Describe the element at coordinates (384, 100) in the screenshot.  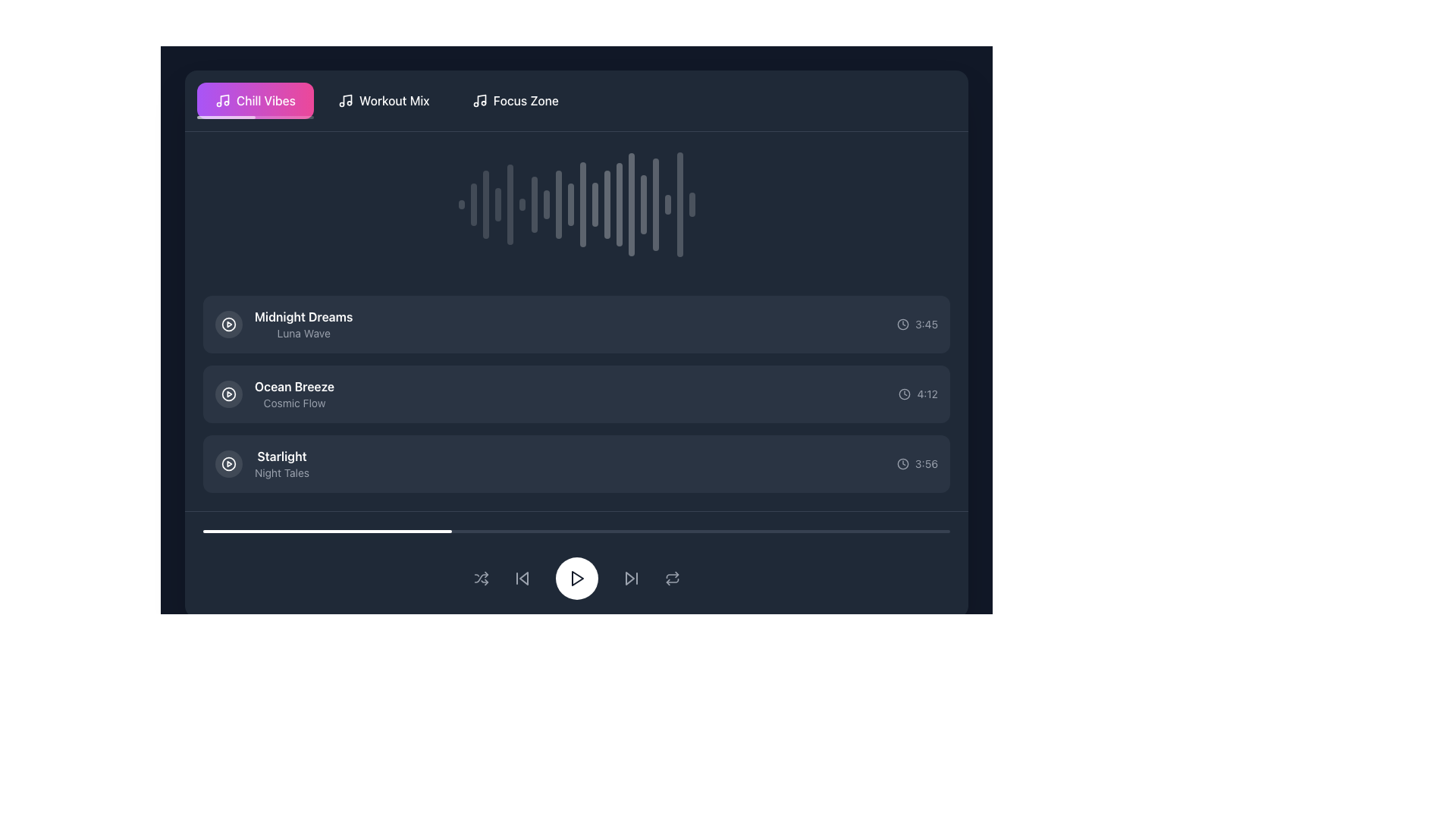
I see `the 'Workout Mix' button, which is a rounded rectangular button with white text and a musical note icon, located between 'Chill Vibes' and 'Focus Zone'` at that location.